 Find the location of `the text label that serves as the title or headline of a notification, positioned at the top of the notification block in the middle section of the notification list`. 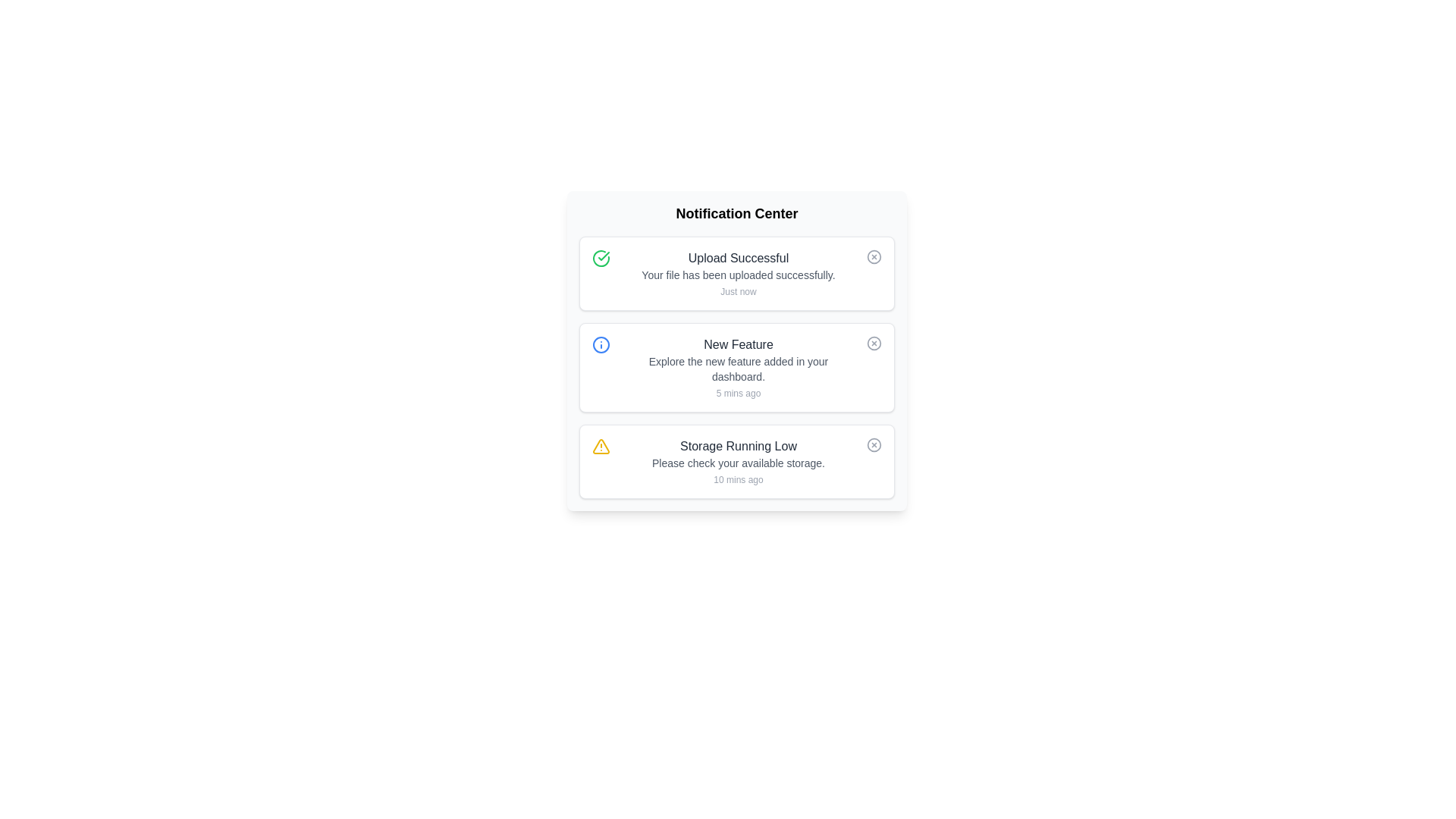

the text label that serves as the title or headline of a notification, positioned at the top of the notification block in the middle section of the notification list is located at coordinates (739, 345).